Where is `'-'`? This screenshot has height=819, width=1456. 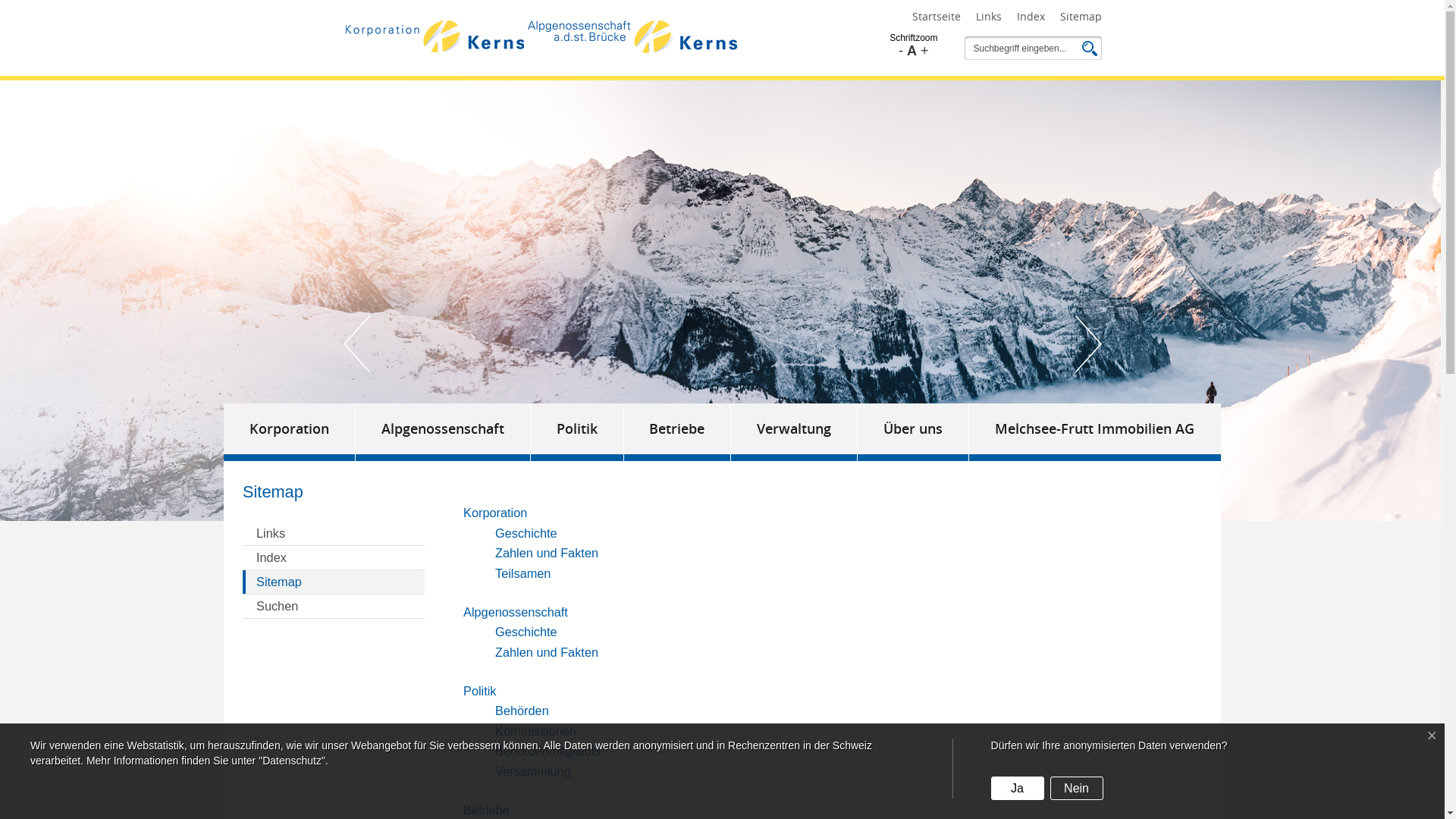
'-' is located at coordinates (901, 49).